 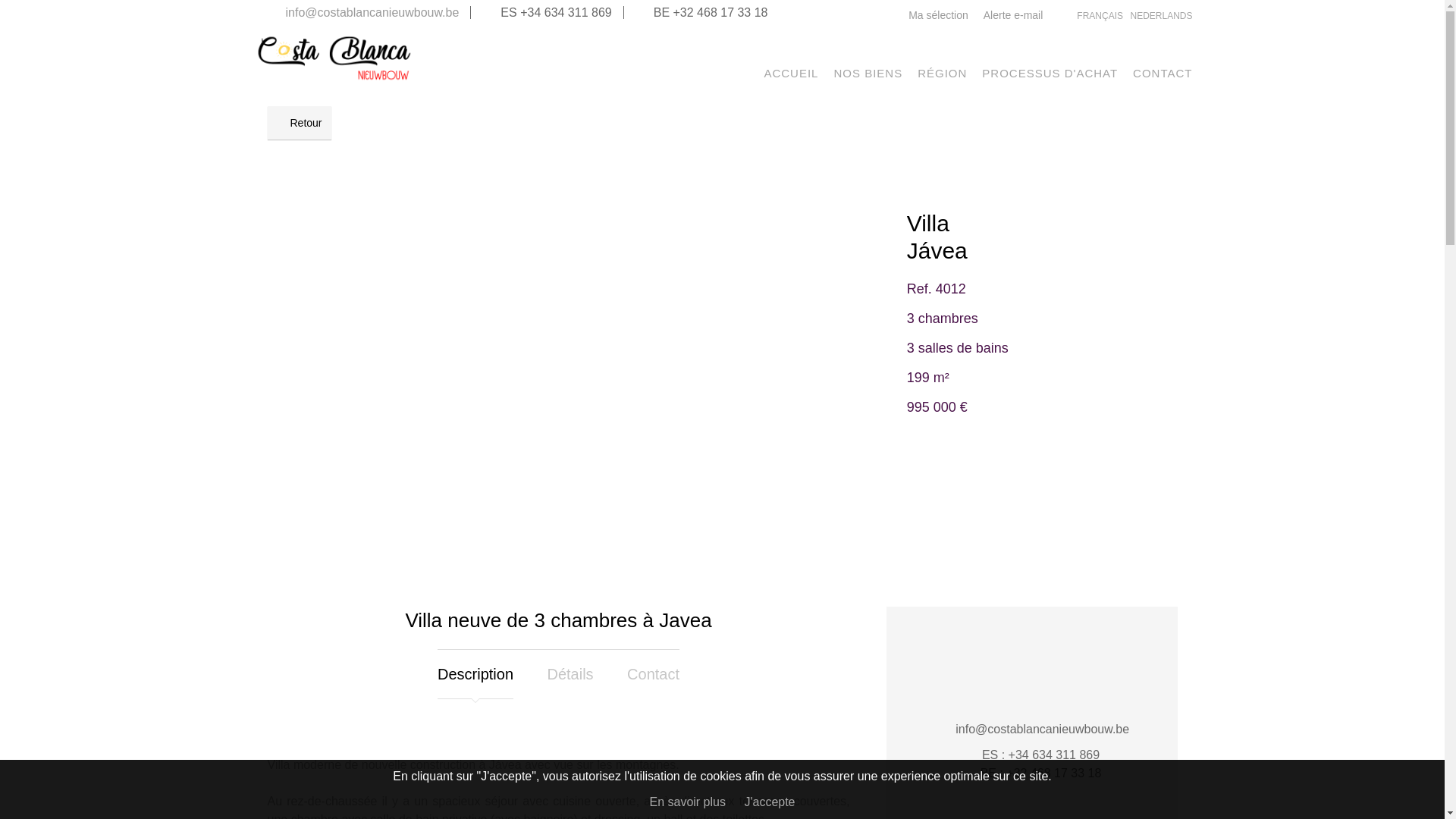 I want to click on 'Description', so click(x=436, y=673).